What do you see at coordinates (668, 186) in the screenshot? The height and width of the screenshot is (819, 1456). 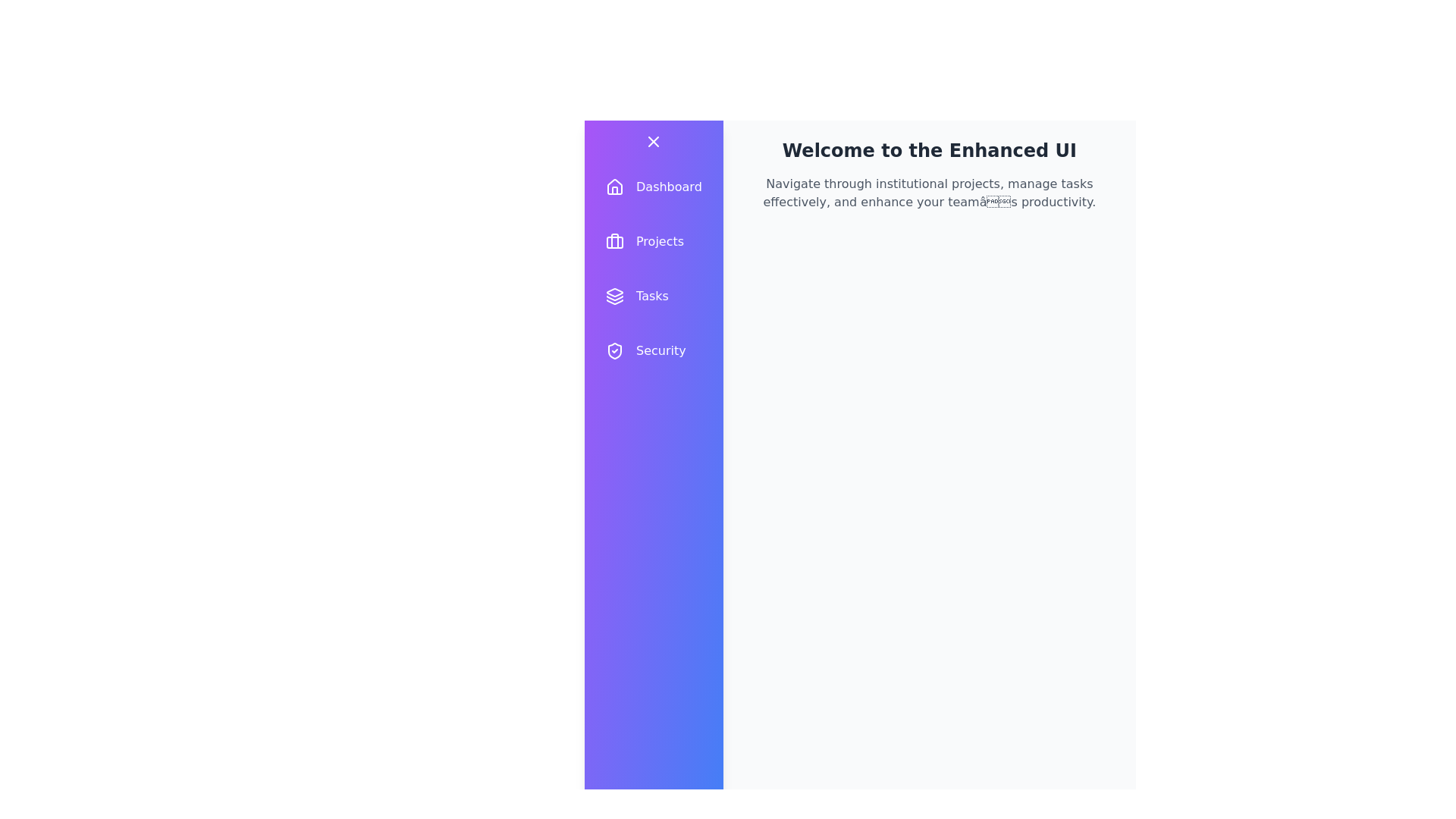 I see `the 'Dashboard' text label styled in white on a purple gradient sidebar, which is the first element in a vertical list of navigation options` at bounding box center [668, 186].